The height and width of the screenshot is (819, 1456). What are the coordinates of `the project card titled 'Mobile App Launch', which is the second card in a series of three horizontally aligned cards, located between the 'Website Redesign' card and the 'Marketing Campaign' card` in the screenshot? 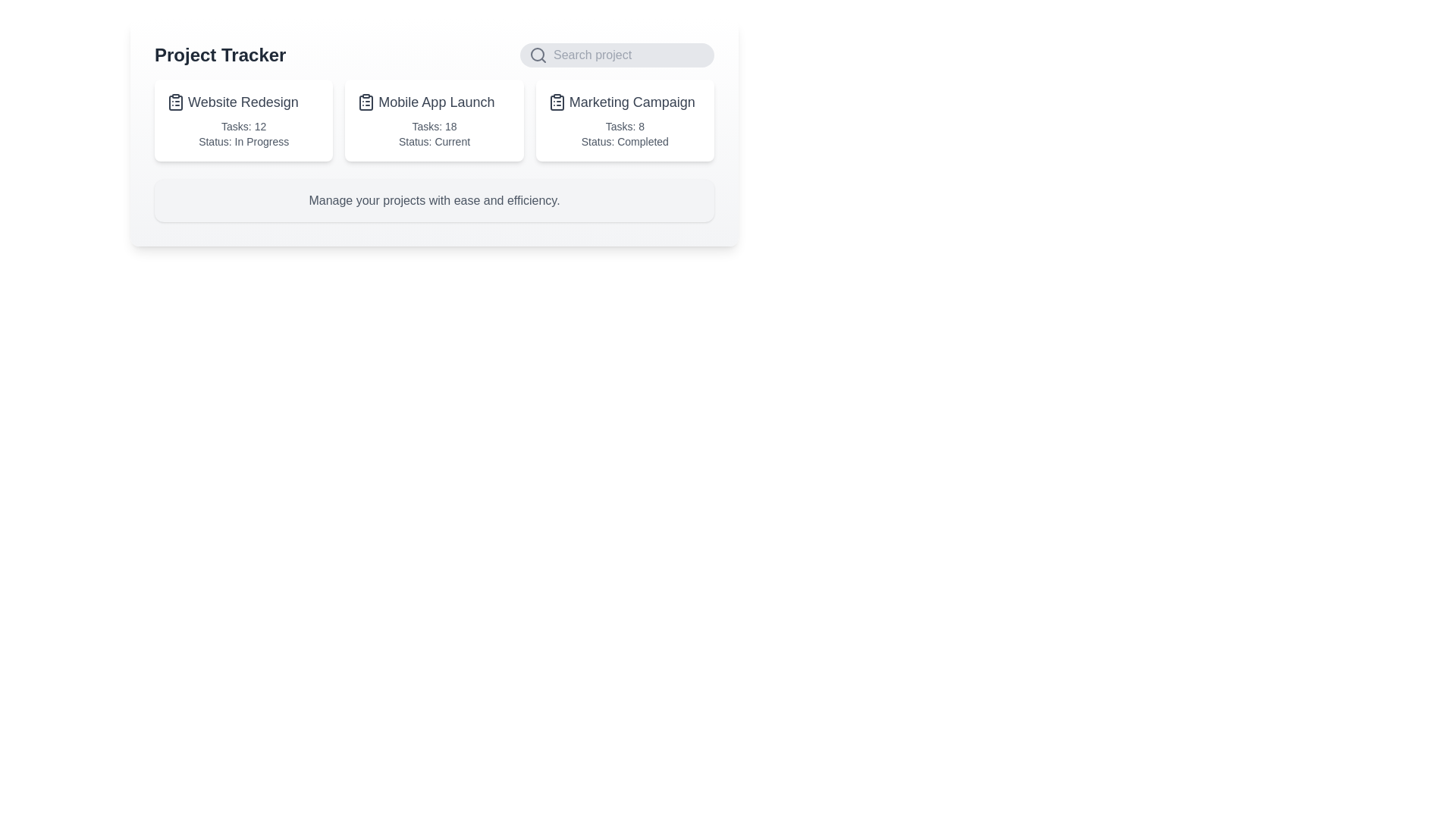 It's located at (433, 119).